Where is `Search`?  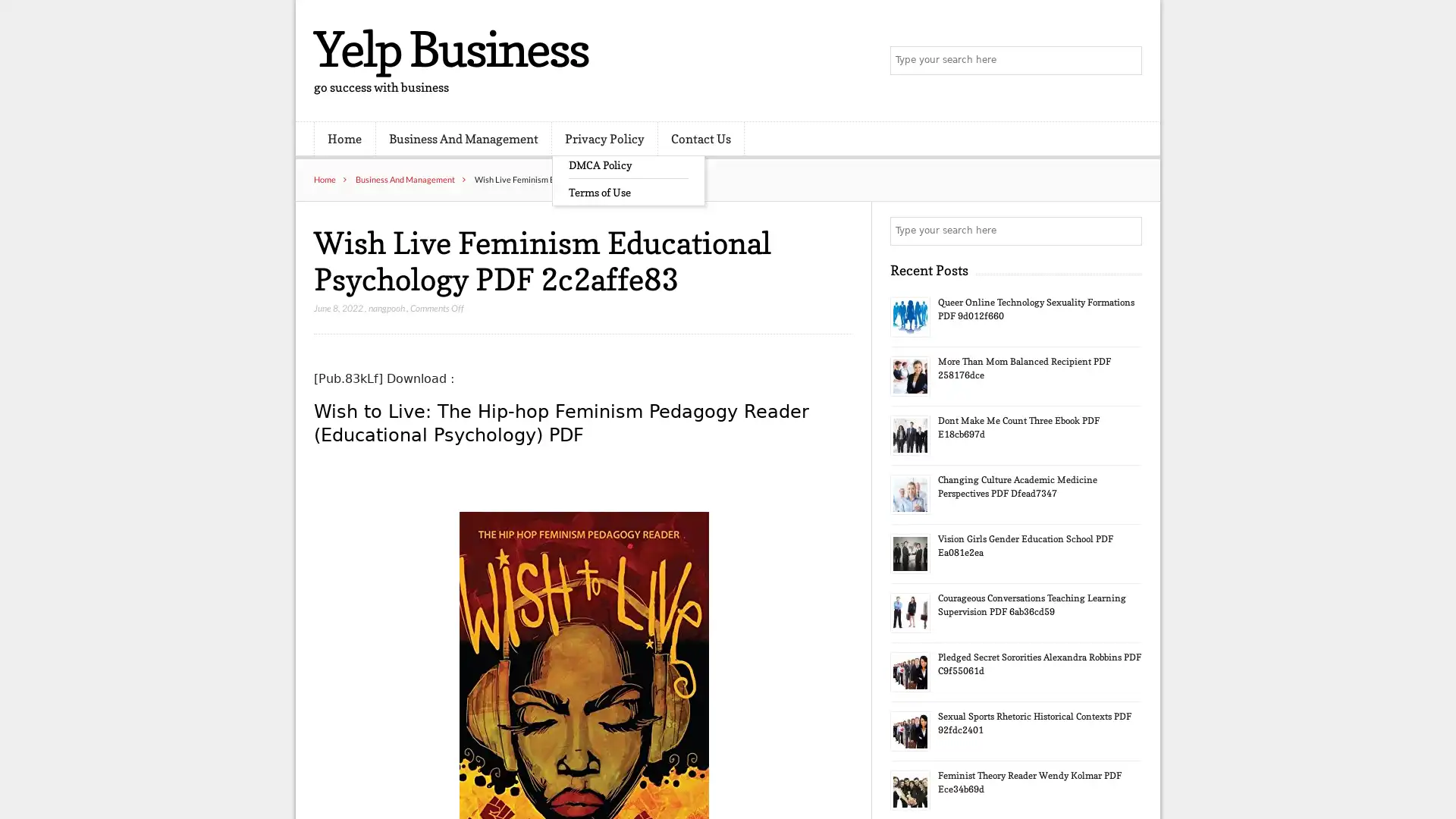
Search is located at coordinates (1126, 61).